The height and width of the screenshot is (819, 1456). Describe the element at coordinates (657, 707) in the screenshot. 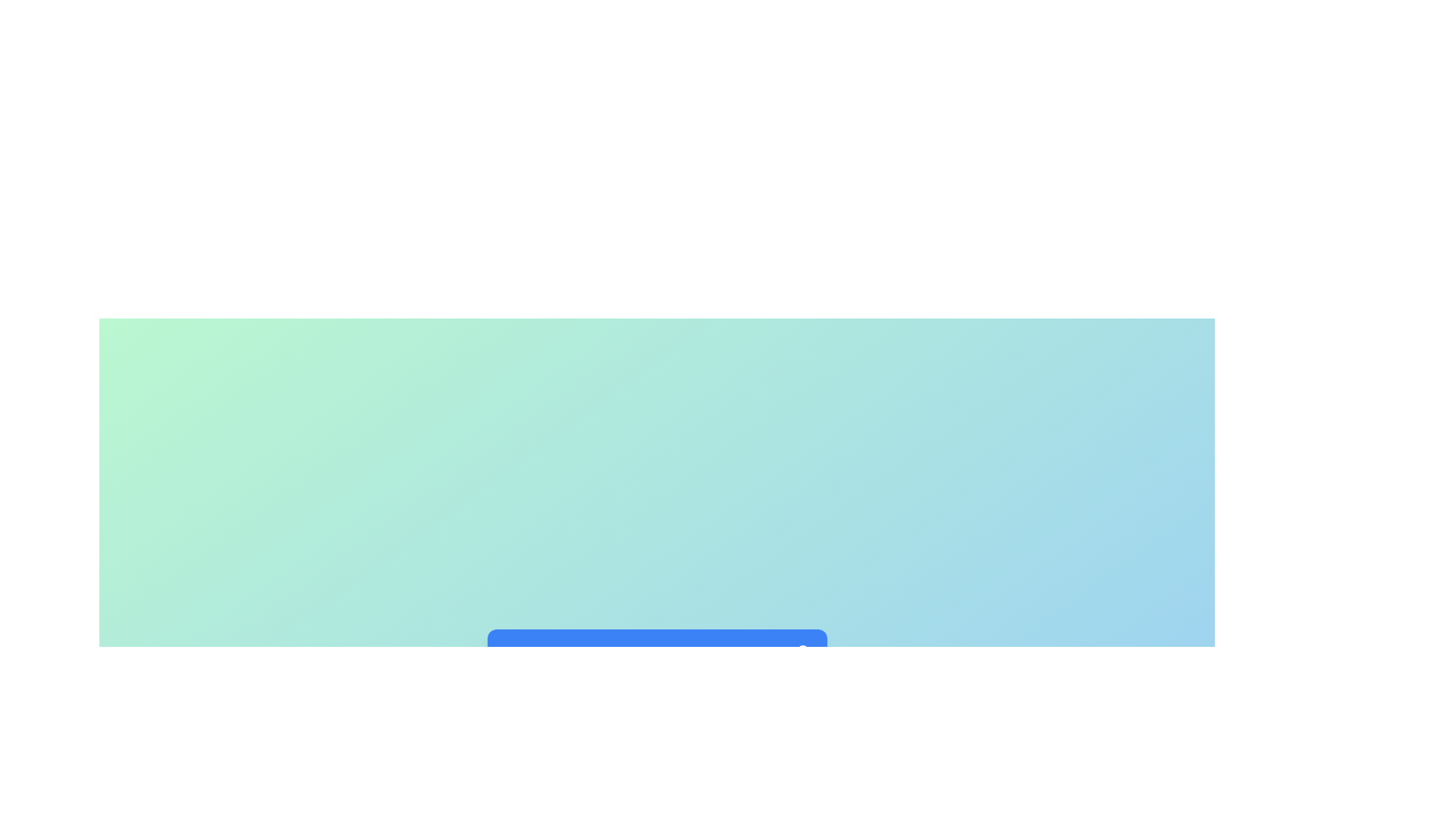

I see `the status icon of the Notification item which has a light gray background and contains a green checkmark inside a circle, indicating that the system update is complete` at that location.